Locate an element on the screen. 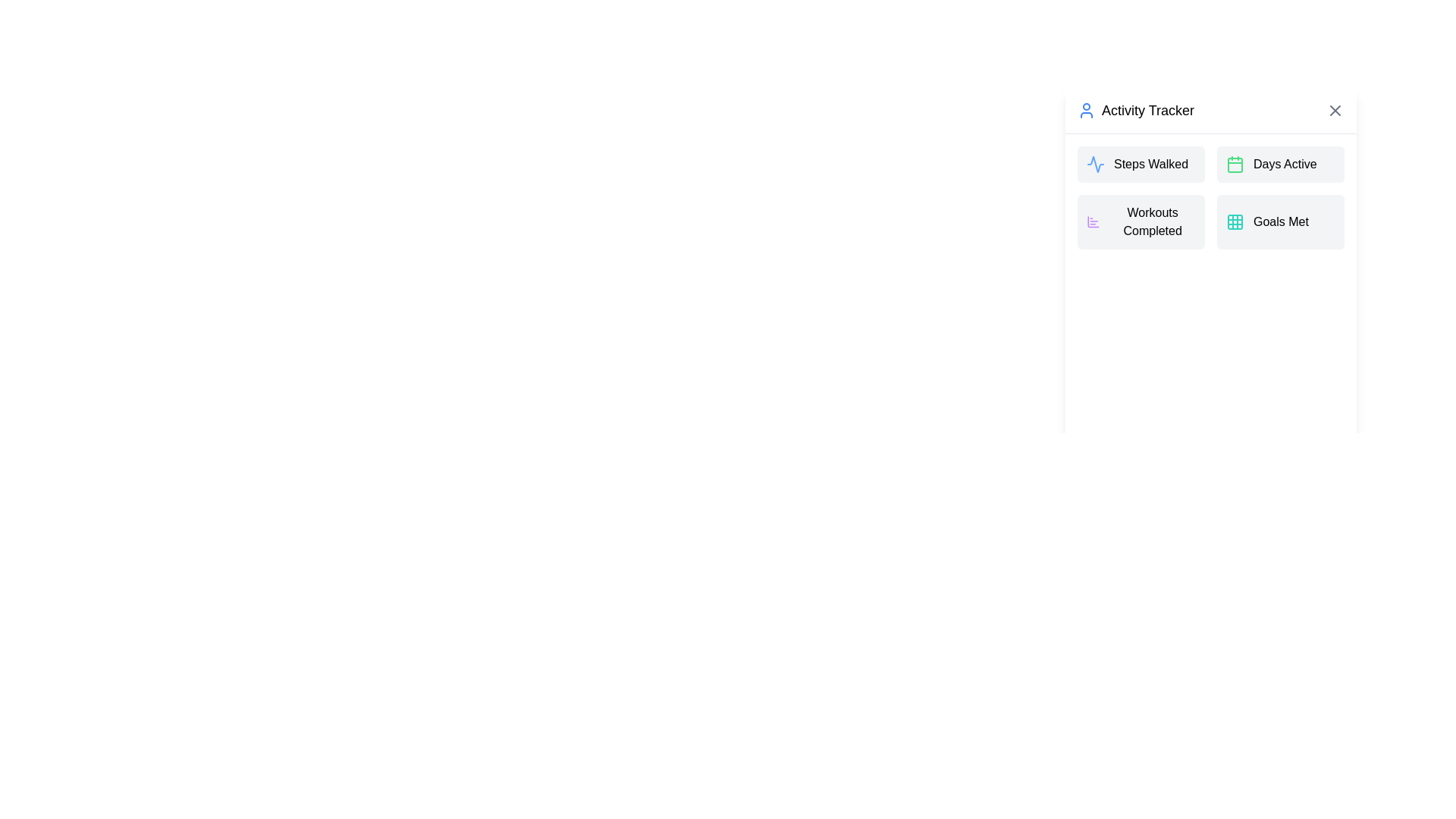 Image resolution: width=1456 pixels, height=819 pixels. the 'Steps Walked' information tile located in the top-left corner of the activity tracker grid is located at coordinates (1141, 164).